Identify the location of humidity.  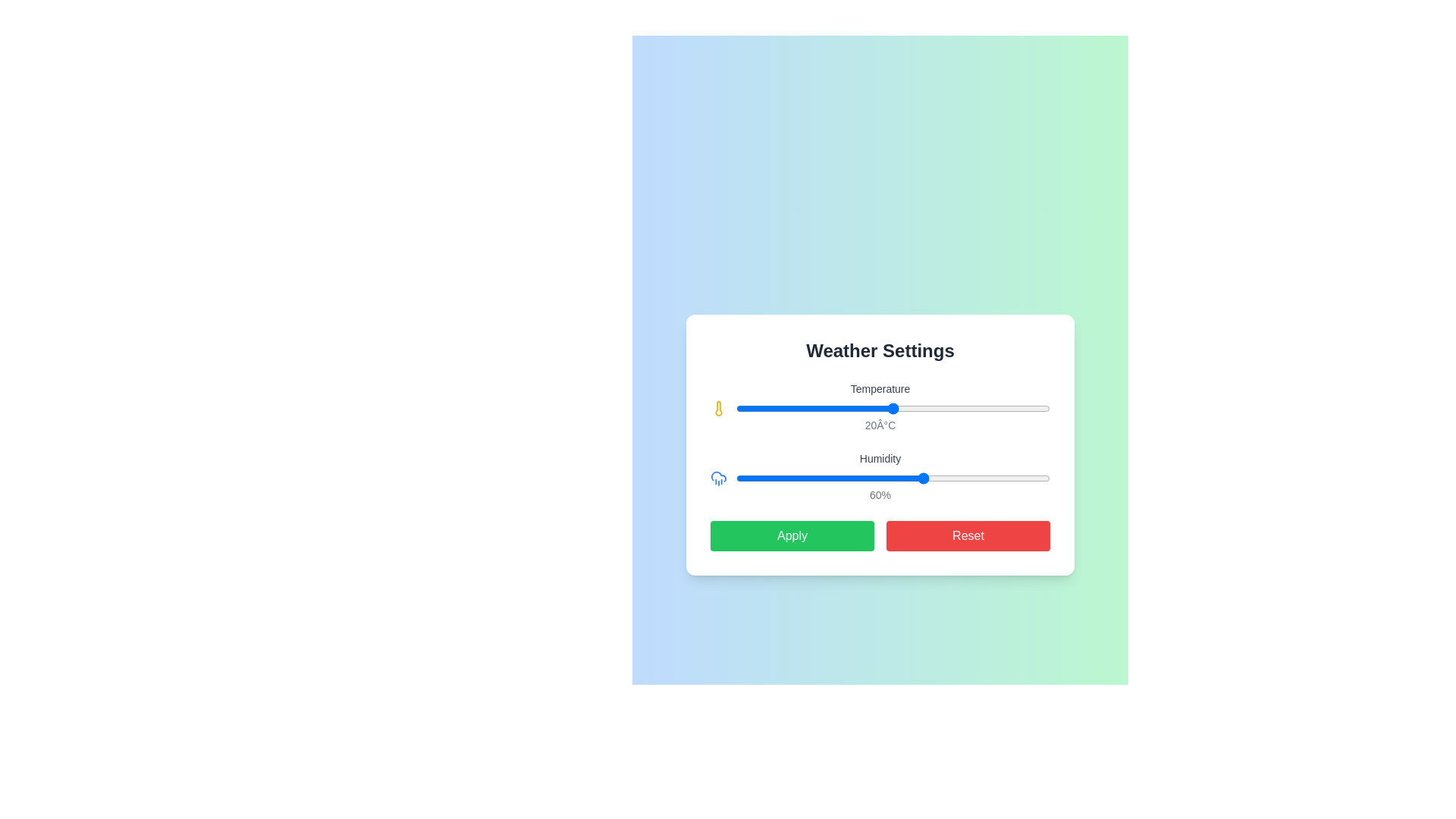
(1021, 479).